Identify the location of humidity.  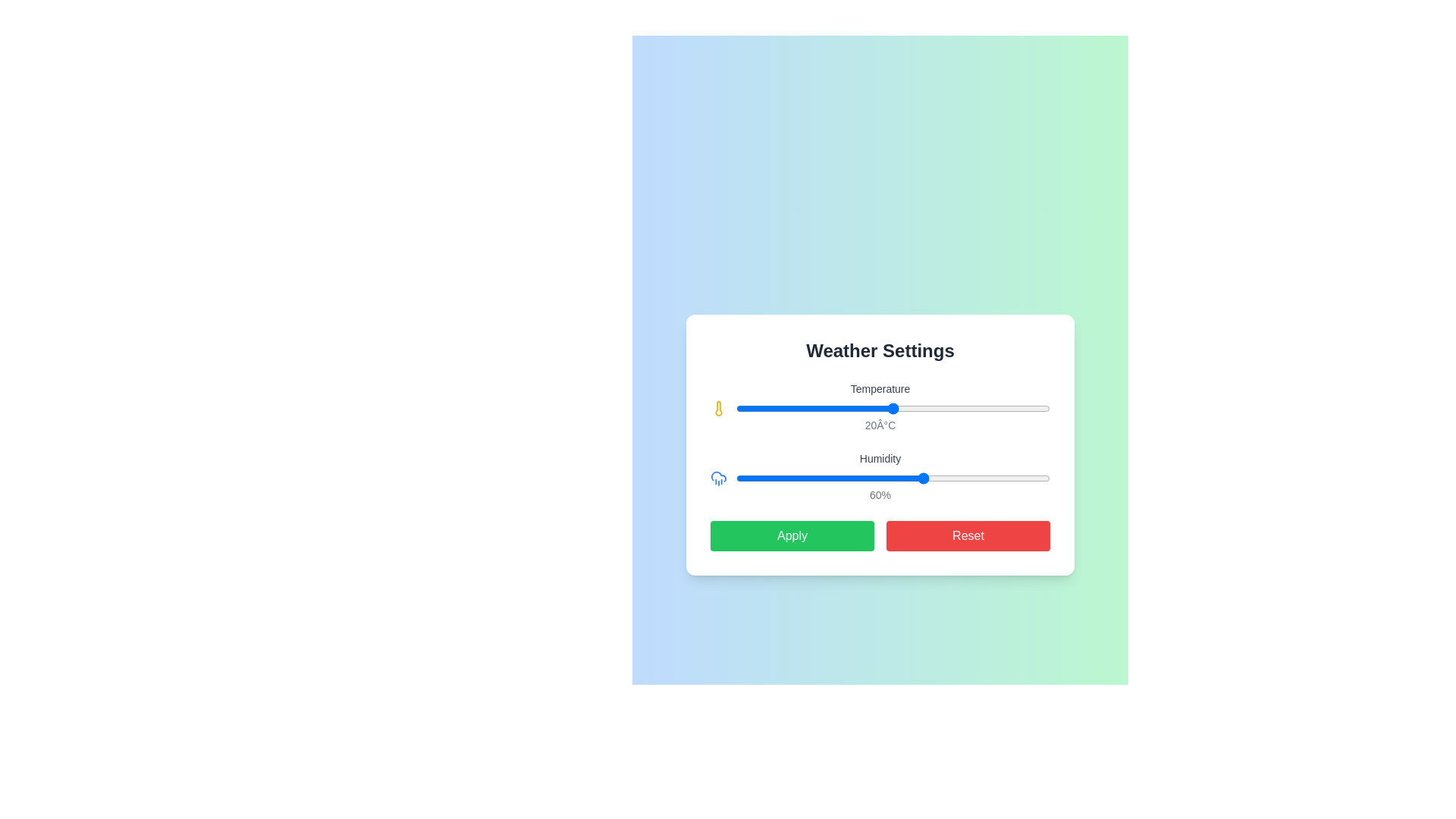
(1021, 479).